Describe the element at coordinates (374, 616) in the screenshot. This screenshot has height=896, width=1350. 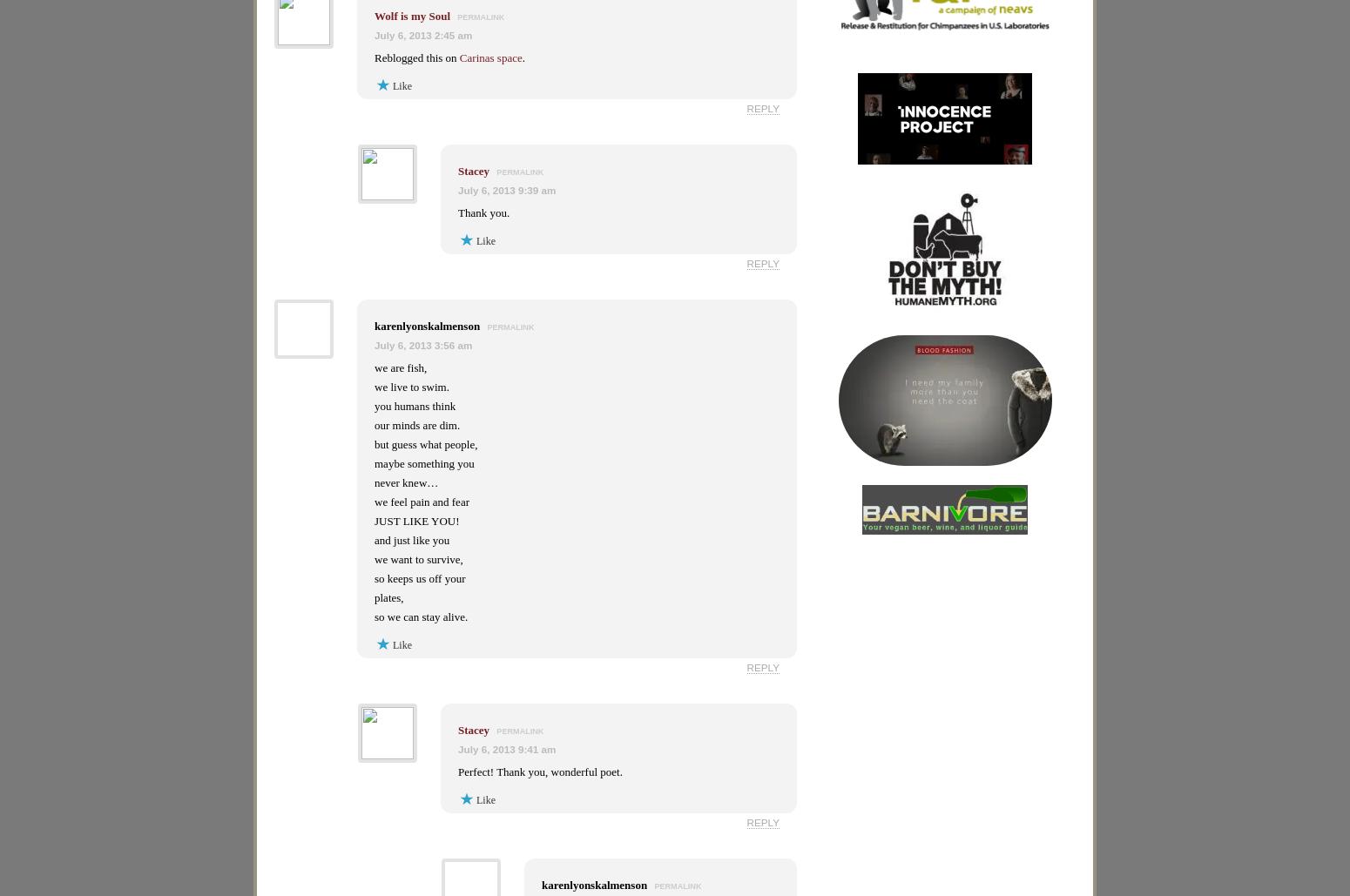
I see `'so we can stay alive.'` at that location.